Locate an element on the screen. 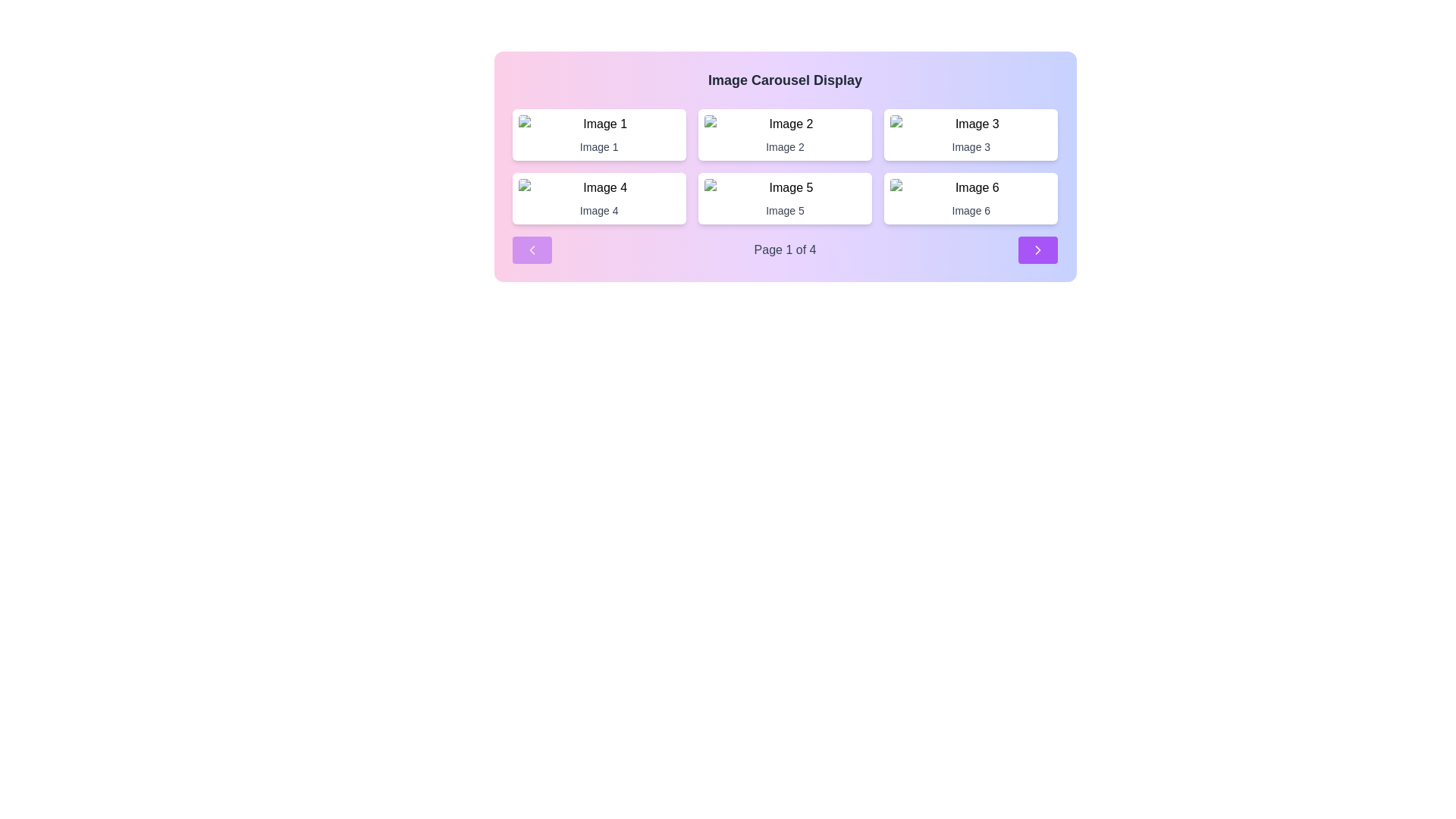 The height and width of the screenshot is (819, 1456). the navigation button at the bottom-left corner of the carousel display is located at coordinates (532, 249).